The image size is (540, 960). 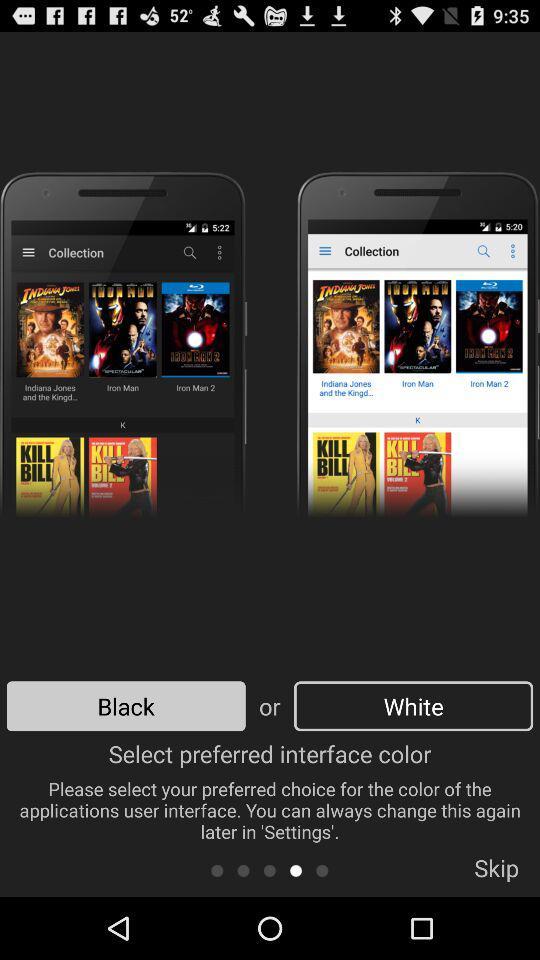 What do you see at coordinates (126, 706) in the screenshot?
I see `the app above the select preferred interface app` at bounding box center [126, 706].